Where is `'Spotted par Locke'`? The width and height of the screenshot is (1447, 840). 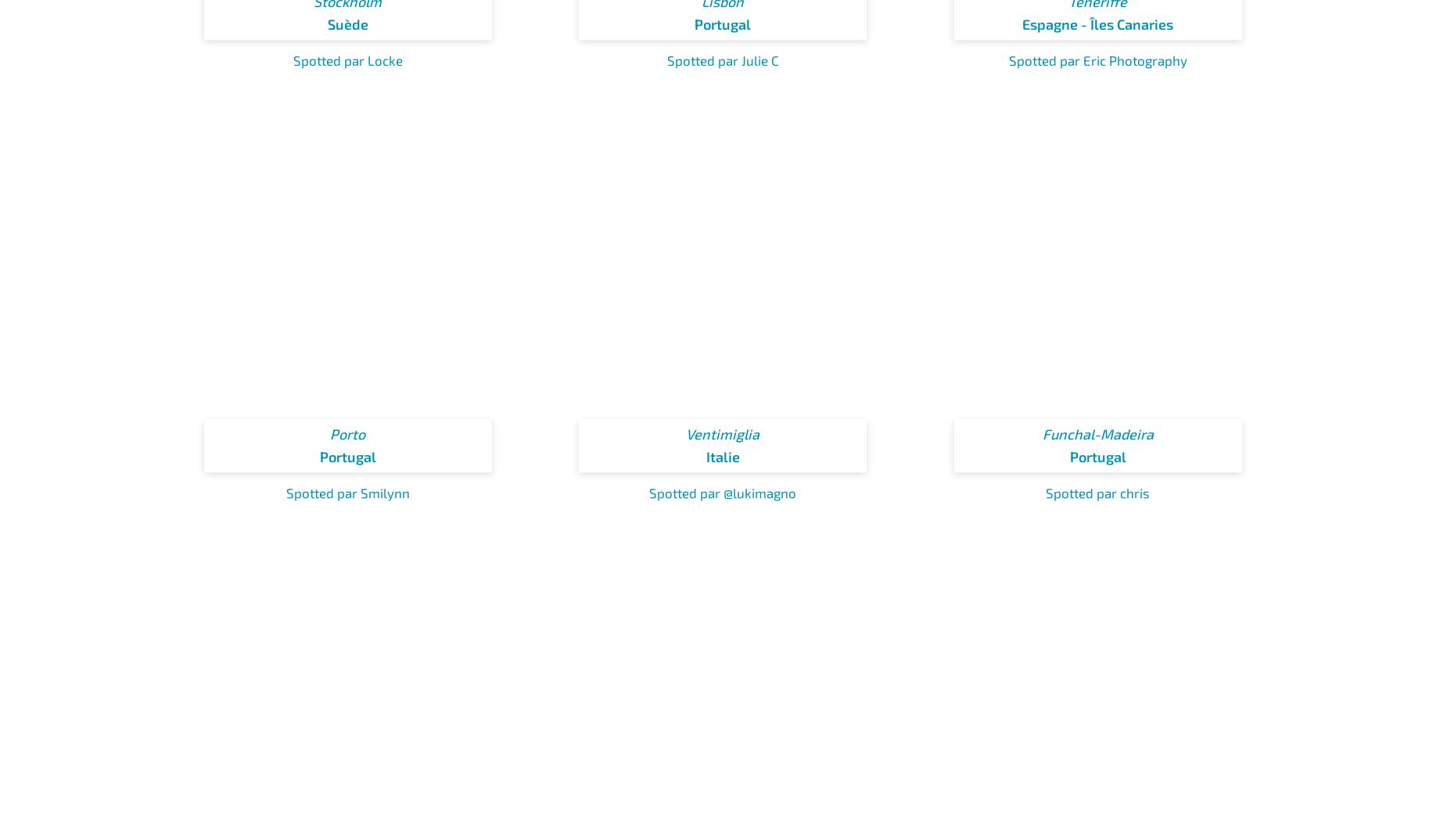 'Spotted par Locke' is located at coordinates (346, 60).